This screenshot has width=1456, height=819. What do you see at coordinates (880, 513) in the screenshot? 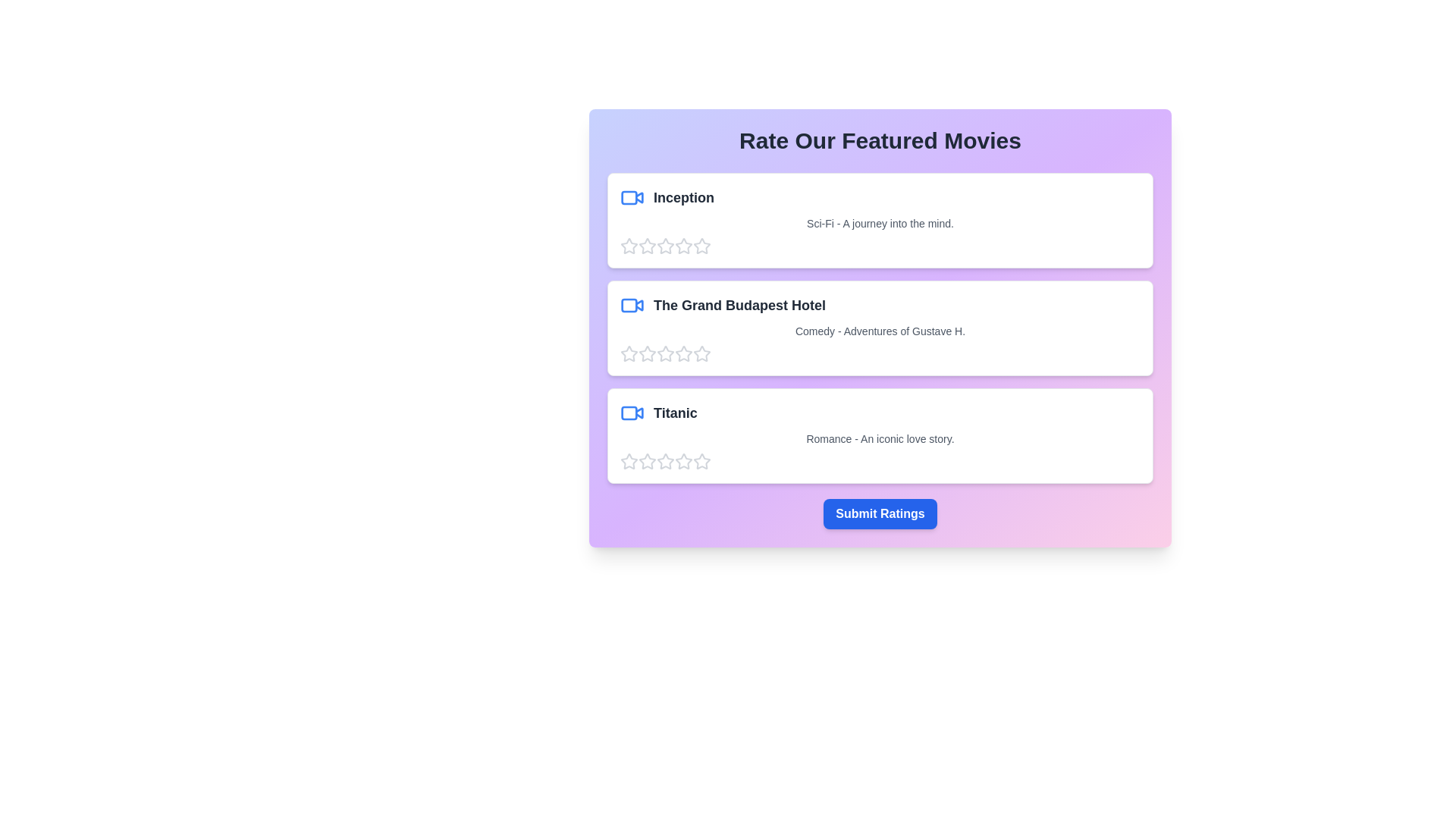
I see `'Submit Ratings' button to finalize the ratings` at bounding box center [880, 513].